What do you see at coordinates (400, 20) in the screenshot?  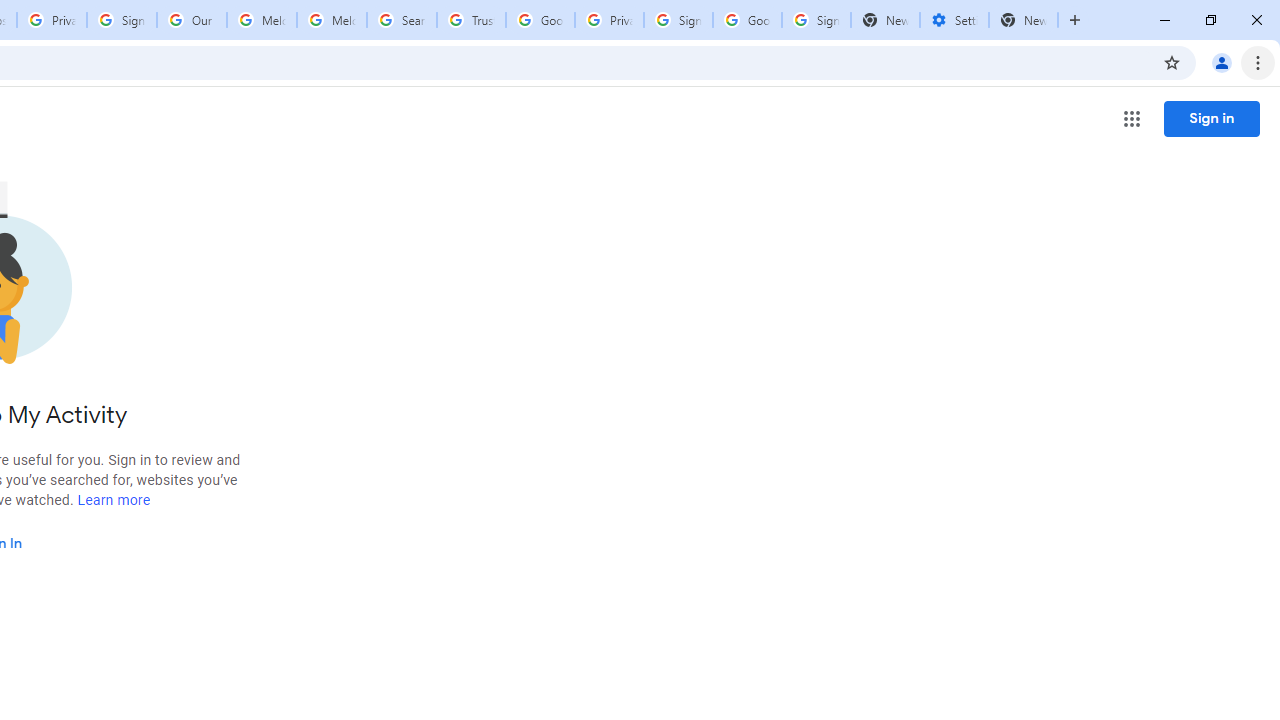 I see `'Search our Doodle Library Collection - Google Doodles'` at bounding box center [400, 20].